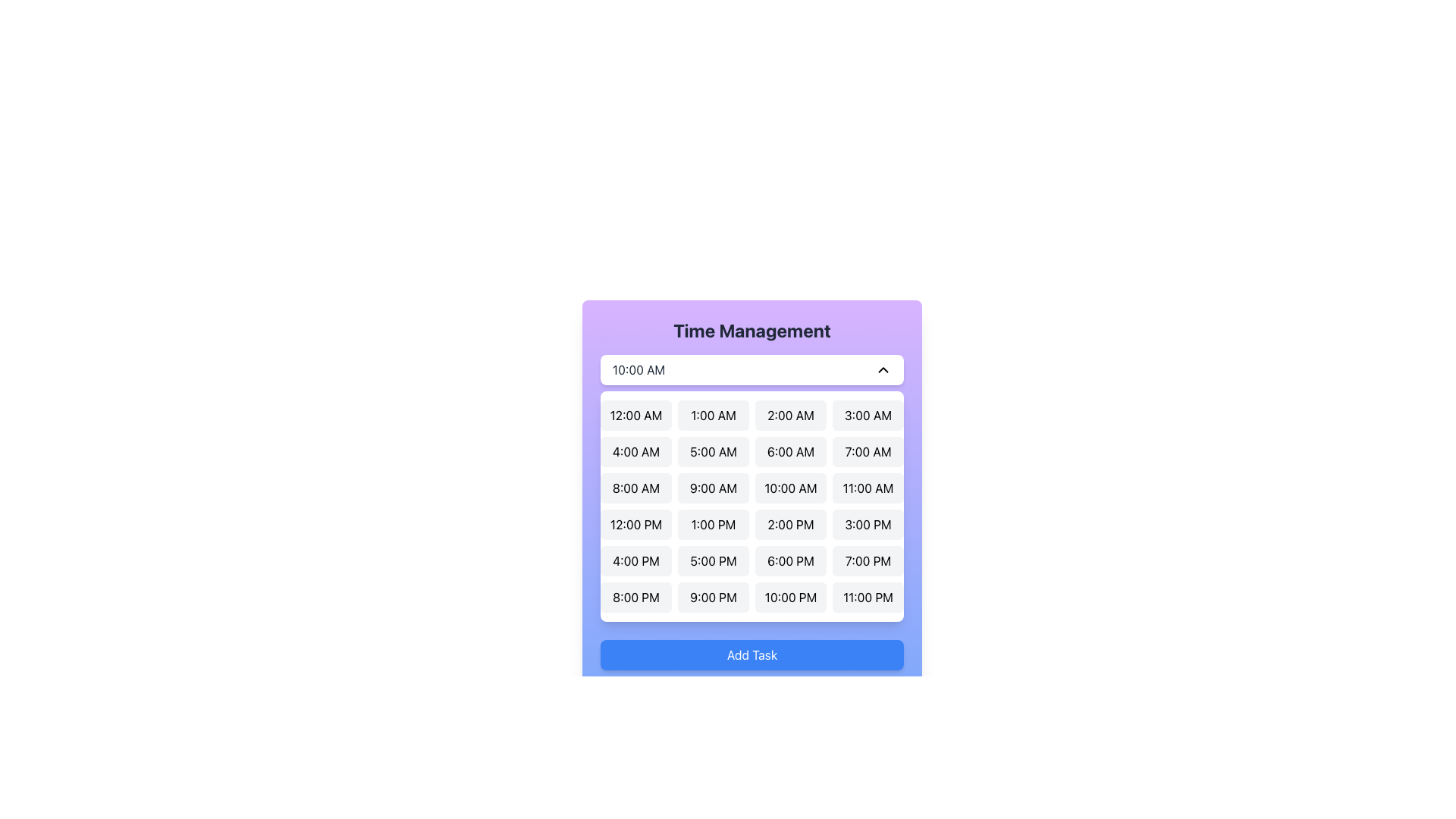  What do you see at coordinates (752, 654) in the screenshot?
I see `the 'Add Task' button, which is a rectangular button with a blue background and white text, located at the bottom of the time management interface` at bounding box center [752, 654].